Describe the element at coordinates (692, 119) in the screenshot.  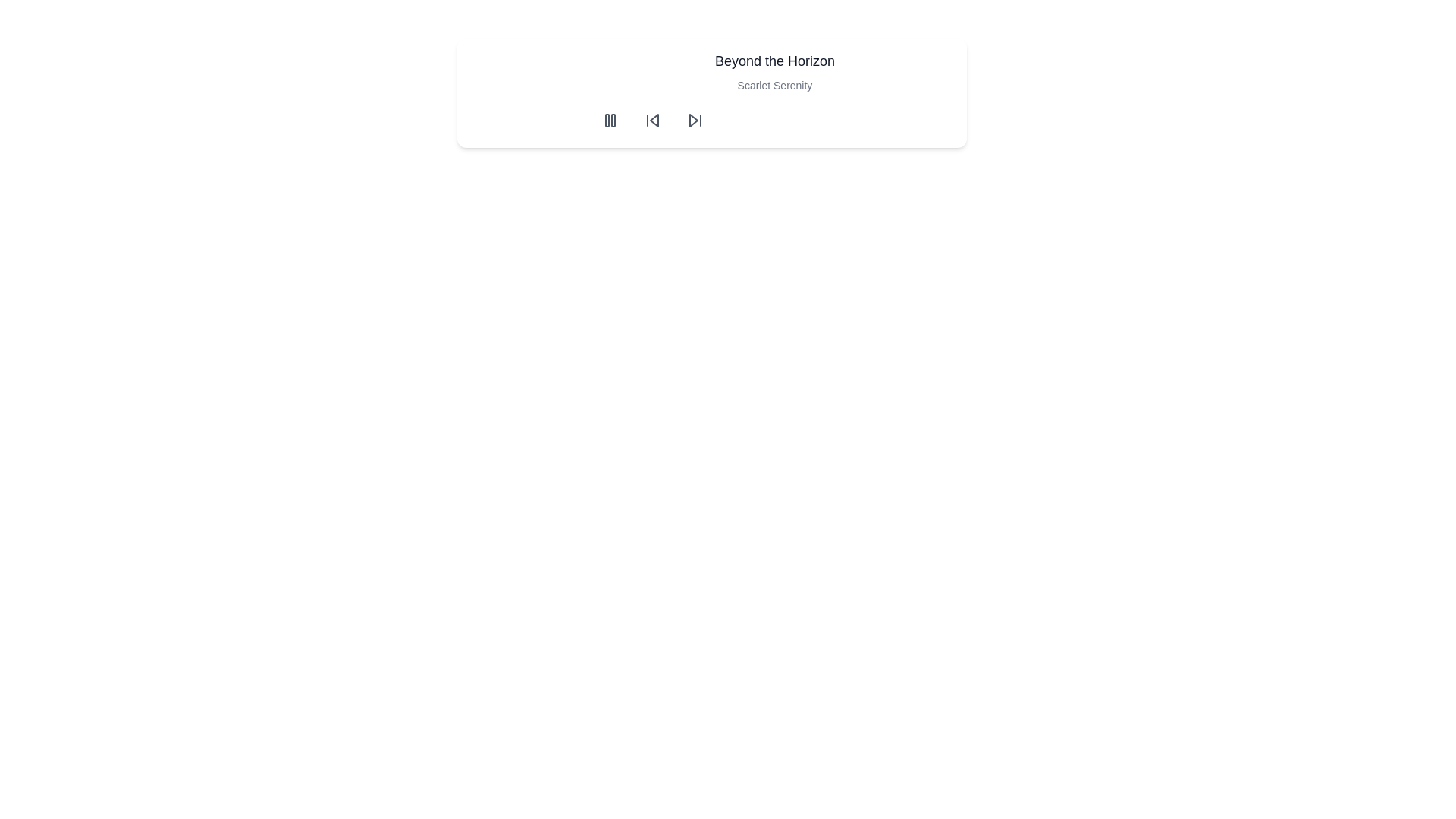
I see `the triangular play-forward icon located in the toolbar area to skip forward` at that location.